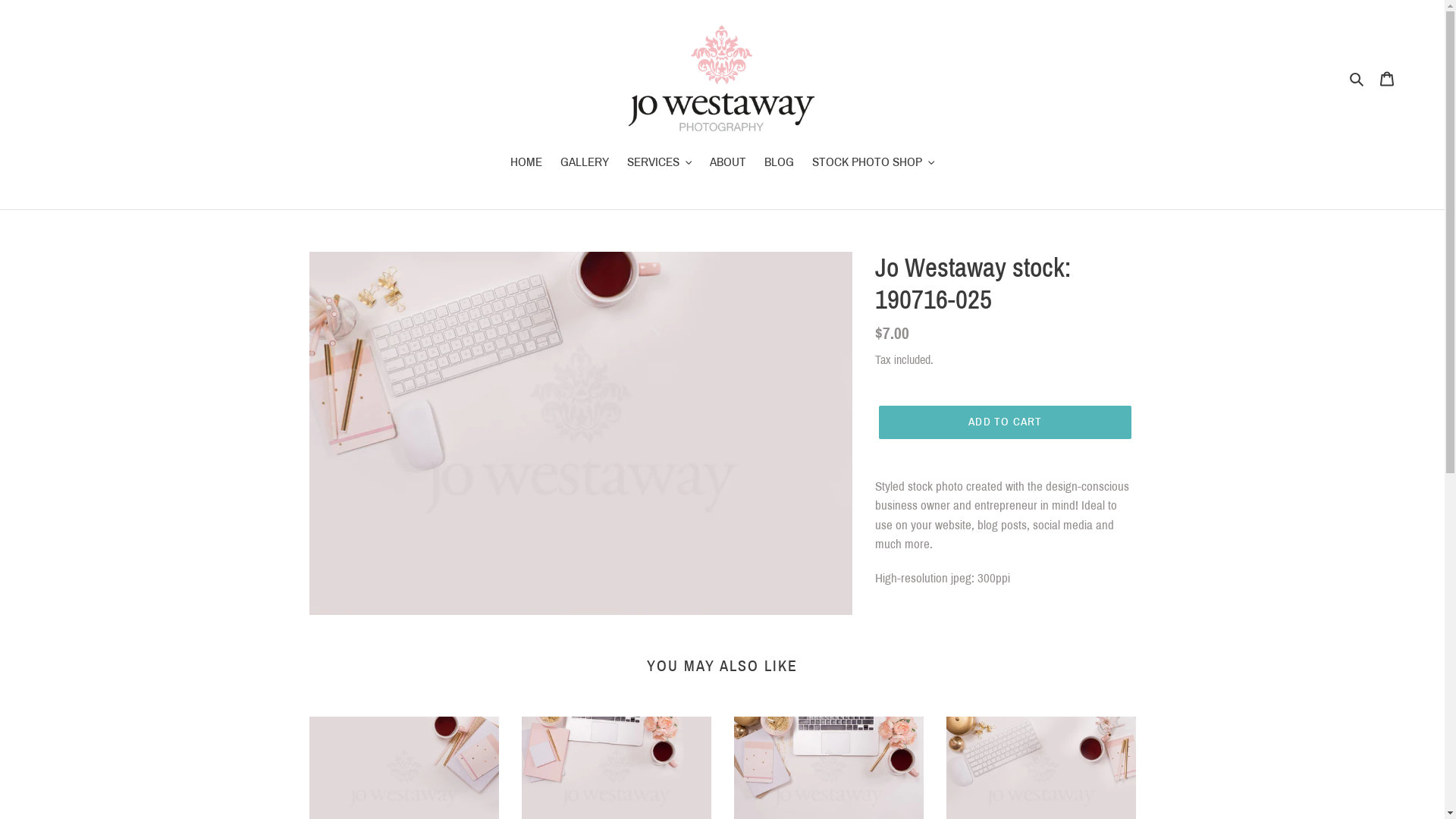 The width and height of the screenshot is (1456, 819). Describe the element at coordinates (874, 163) in the screenshot. I see `'STOCK PHOTO SHOP'` at that location.